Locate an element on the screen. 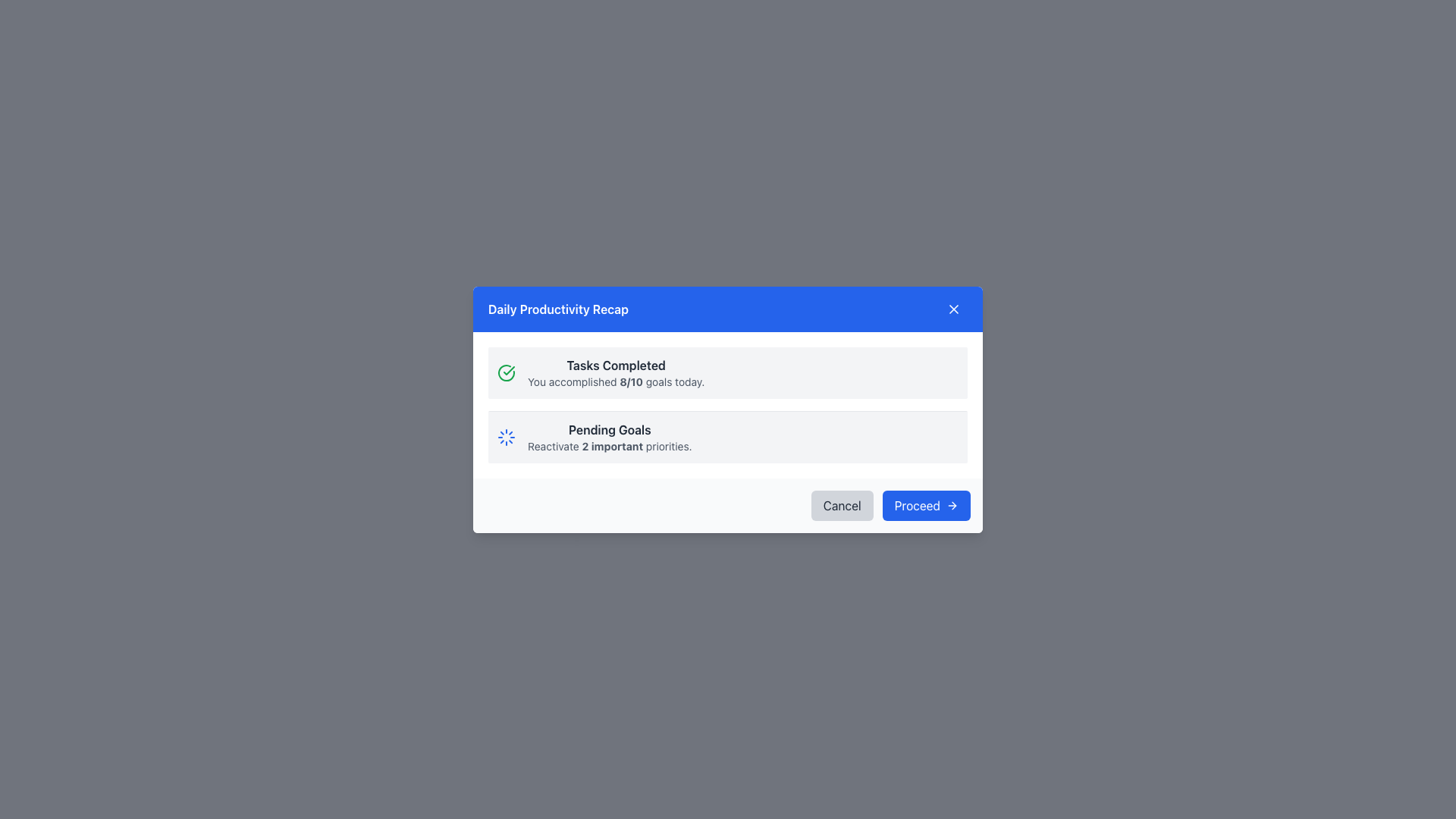 The width and height of the screenshot is (1456, 819). the text element containing '2 important' in the phrase 'Reactivate 2 important priorities' within the 'Pending Goals' subsection is located at coordinates (612, 444).